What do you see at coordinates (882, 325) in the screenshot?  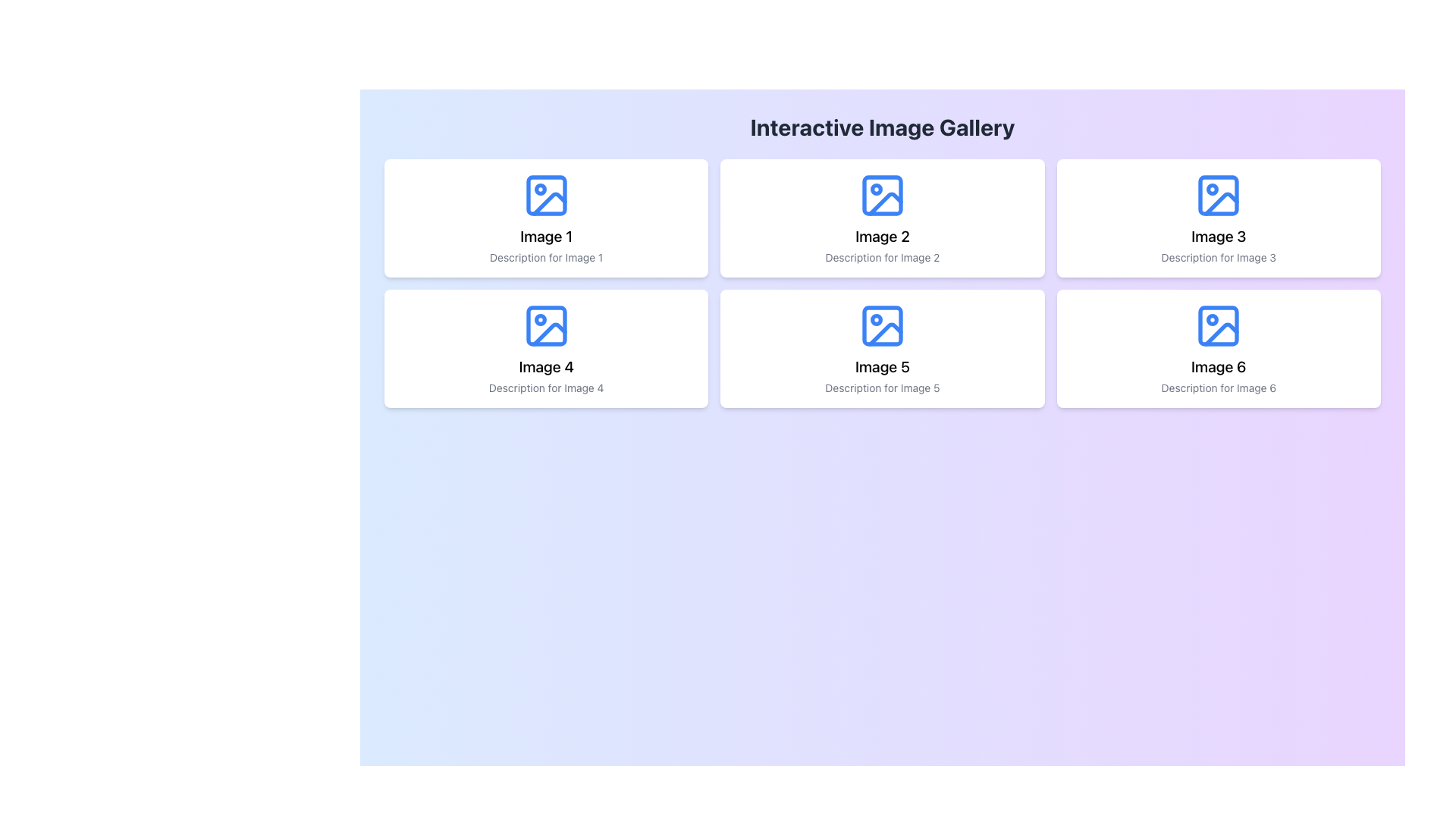 I see `the blue picture frame icon with a sun or moon in the top left corner, located inside the card labeled 'Image 5' and 'Description for Image 5' at the center of the bottom row in a 2x3 grid layout` at bounding box center [882, 325].